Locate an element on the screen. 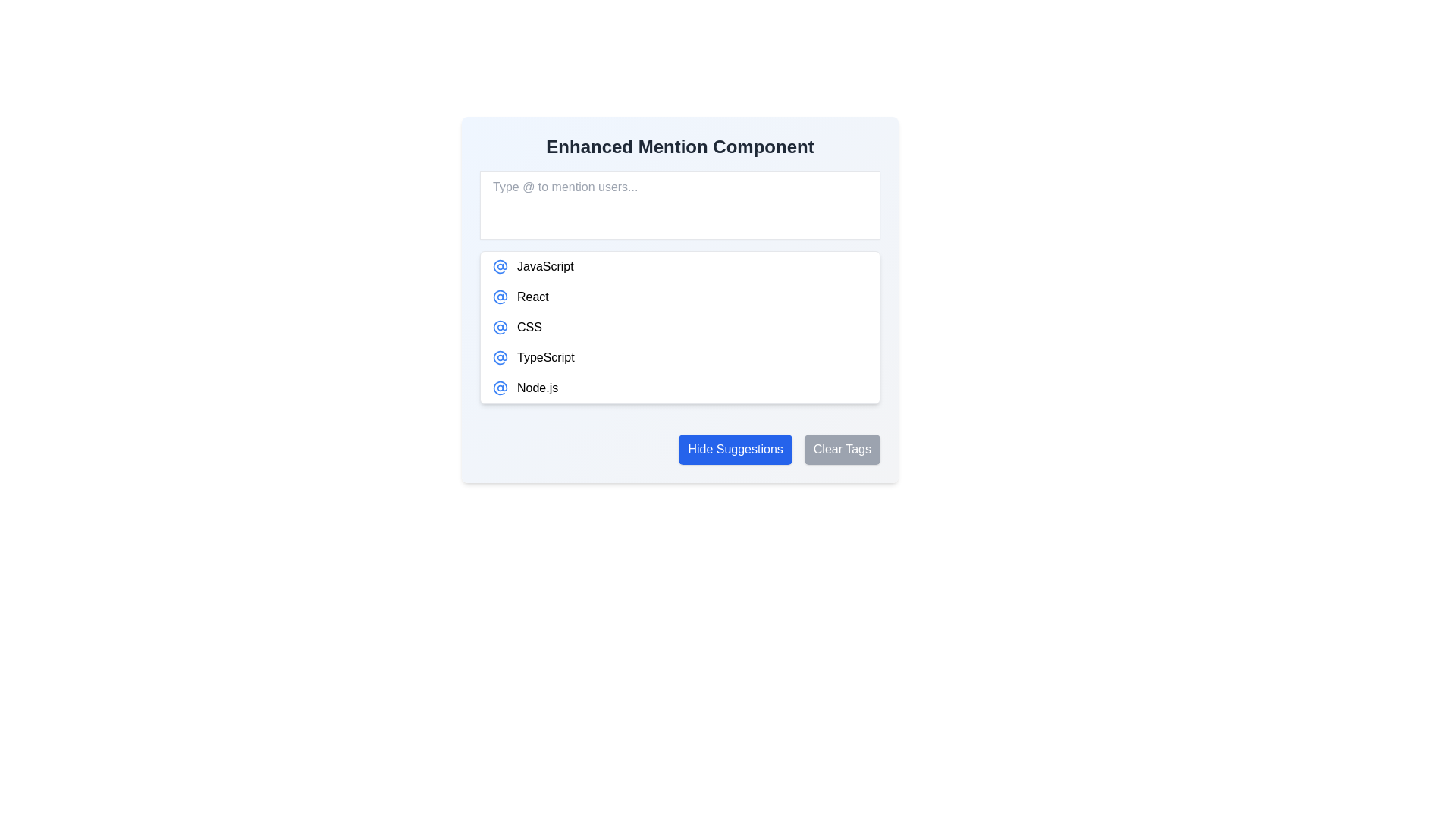 The height and width of the screenshot is (819, 1456). the second graphical component icon associated with the suggestion 'React' located inside the suggestion list under the 'Enhanced Mention Component' text input field is located at coordinates (500, 265).